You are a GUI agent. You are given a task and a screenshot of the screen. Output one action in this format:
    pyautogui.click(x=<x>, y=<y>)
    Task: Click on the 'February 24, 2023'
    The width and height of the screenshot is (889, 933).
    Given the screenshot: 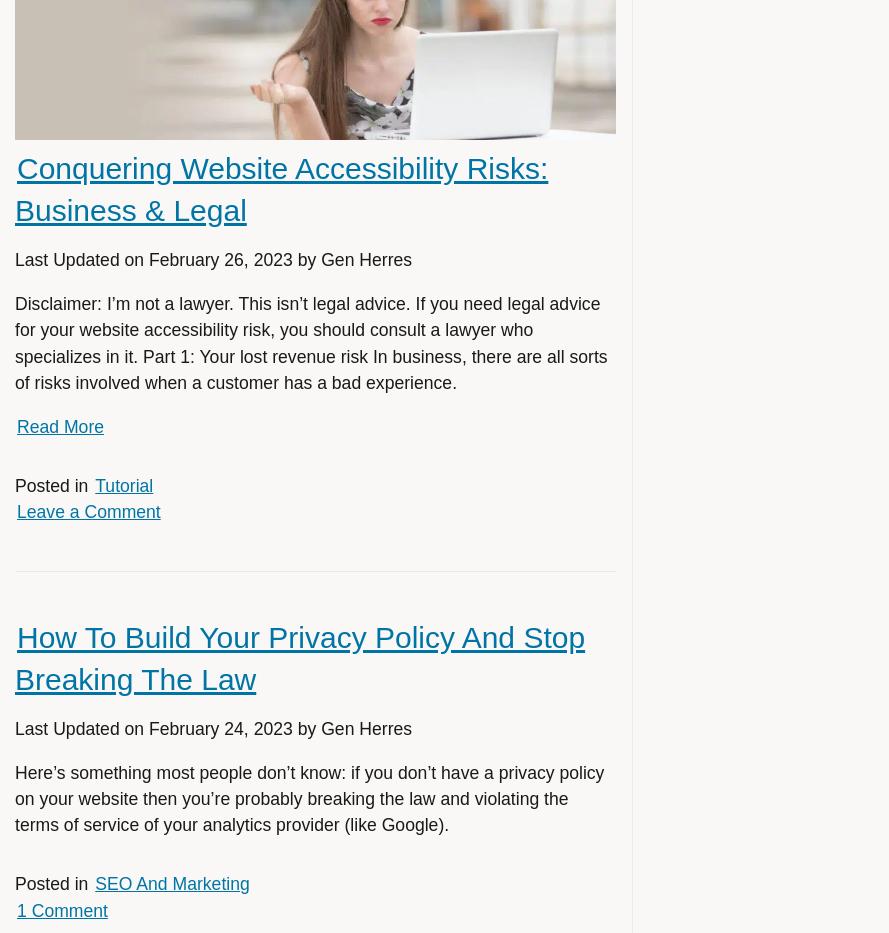 What is the action you would take?
    pyautogui.click(x=219, y=727)
    